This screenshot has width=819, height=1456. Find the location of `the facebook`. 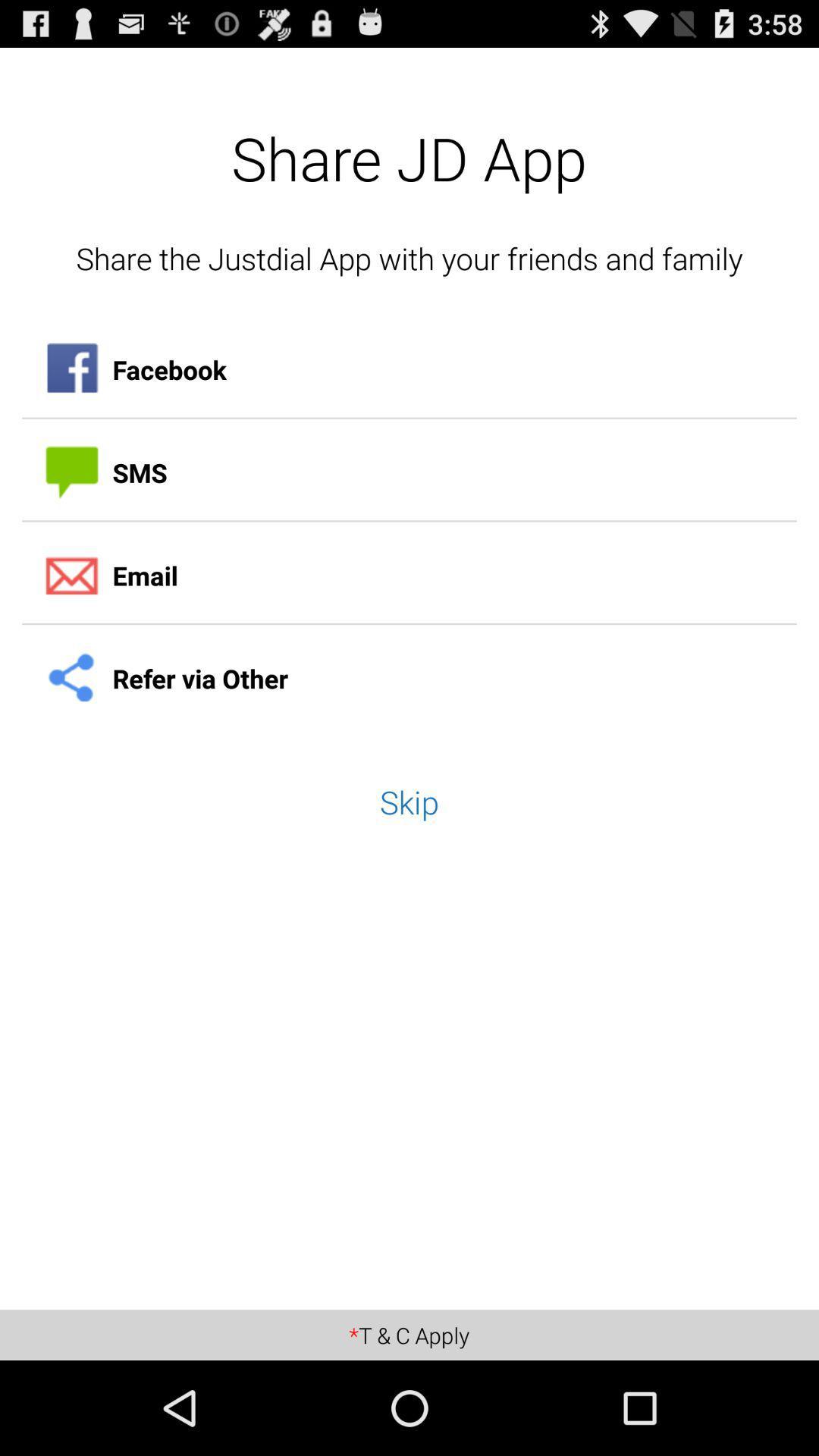

the facebook is located at coordinates (409, 369).